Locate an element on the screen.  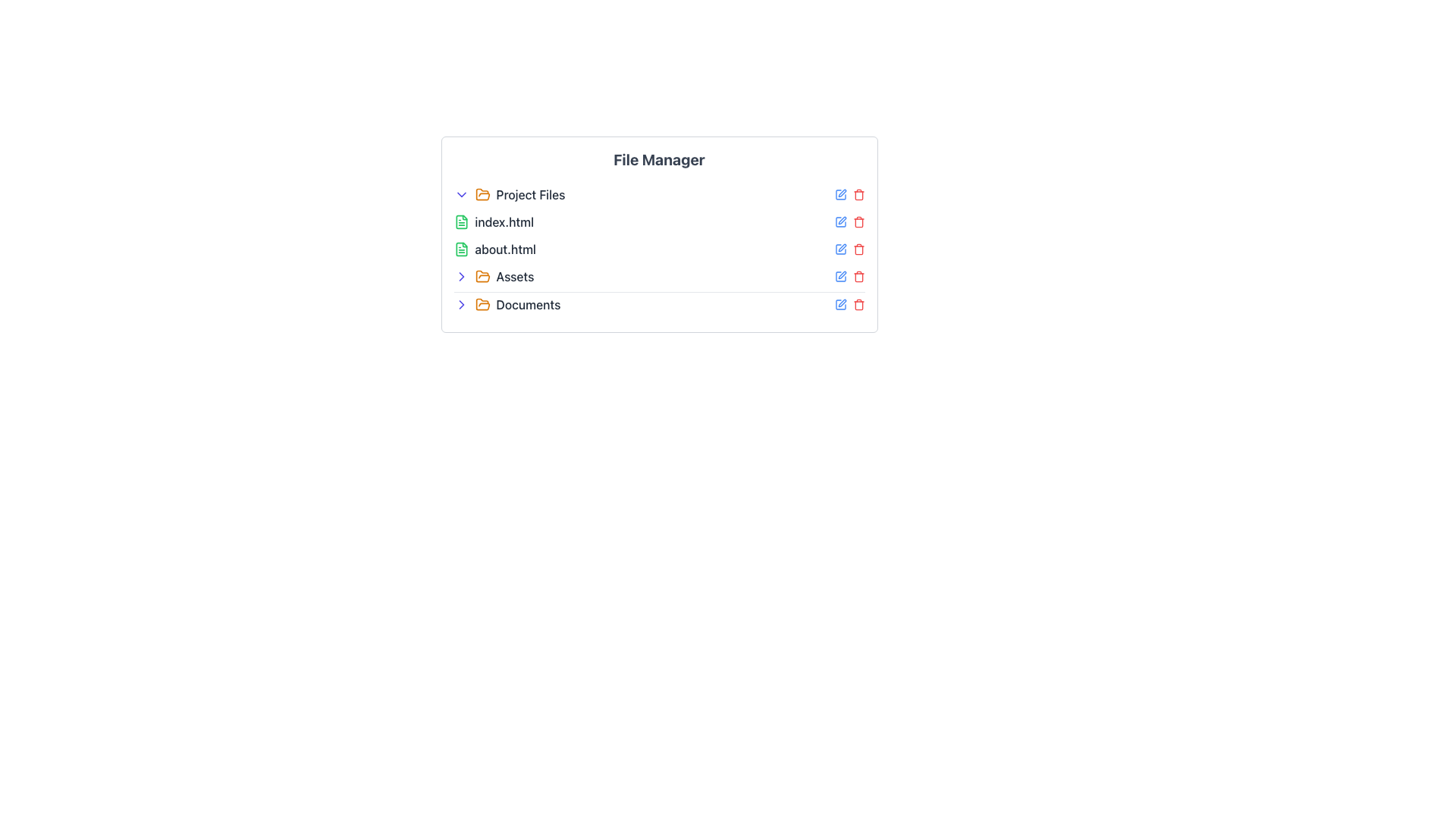
the pen-like icon button in the toolbar associated with the file 'index.html' is located at coordinates (841, 220).